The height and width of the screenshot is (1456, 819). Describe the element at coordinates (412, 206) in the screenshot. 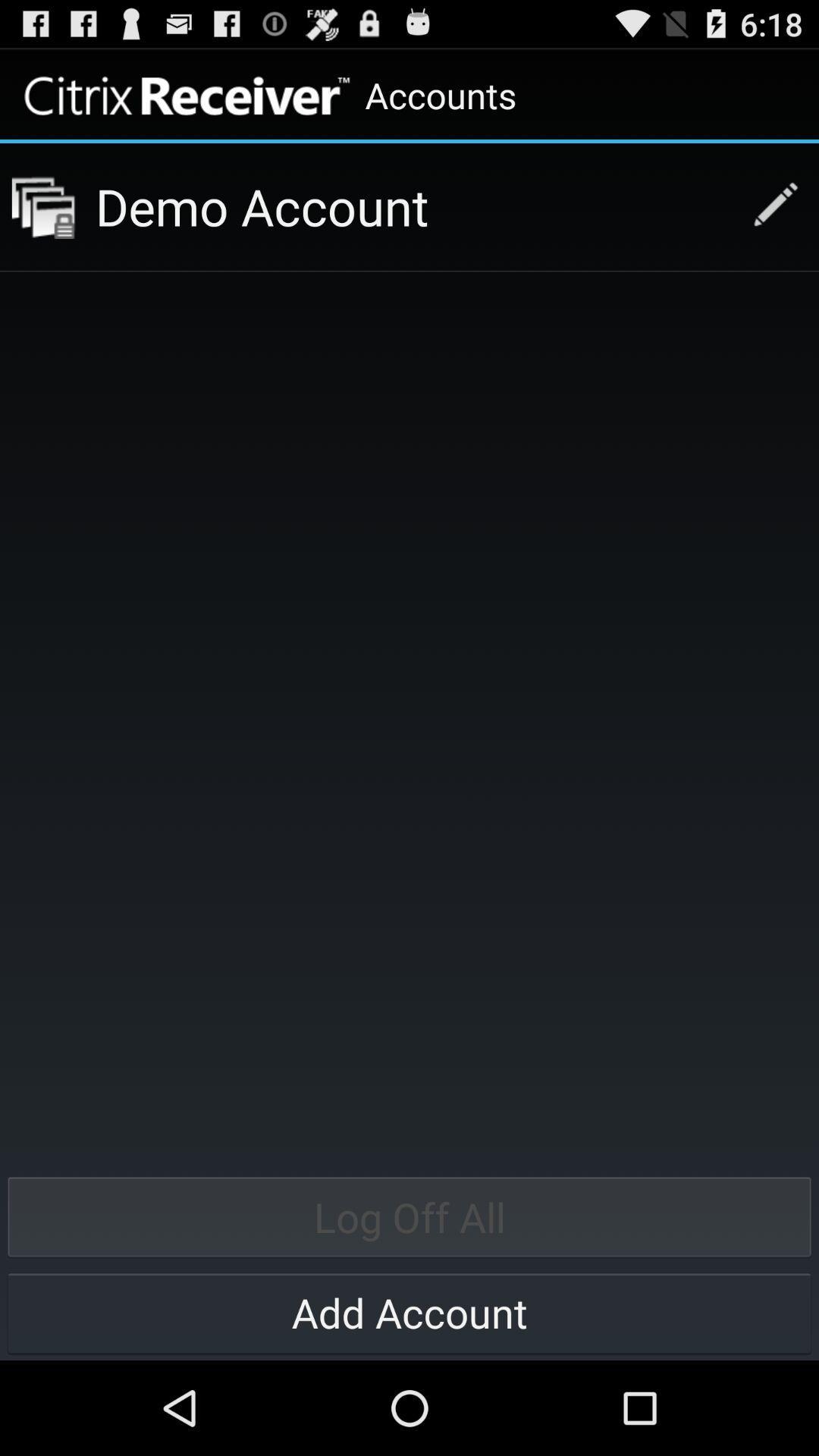

I see `app below the accounts item` at that location.